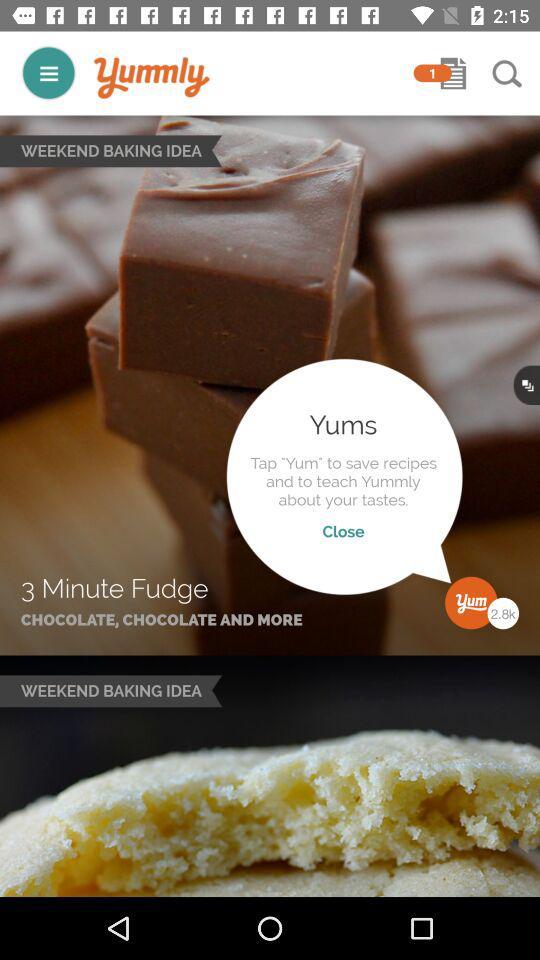  Describe the element at coordinates (453, 73) in the screenshot. I see `messages` at that location.